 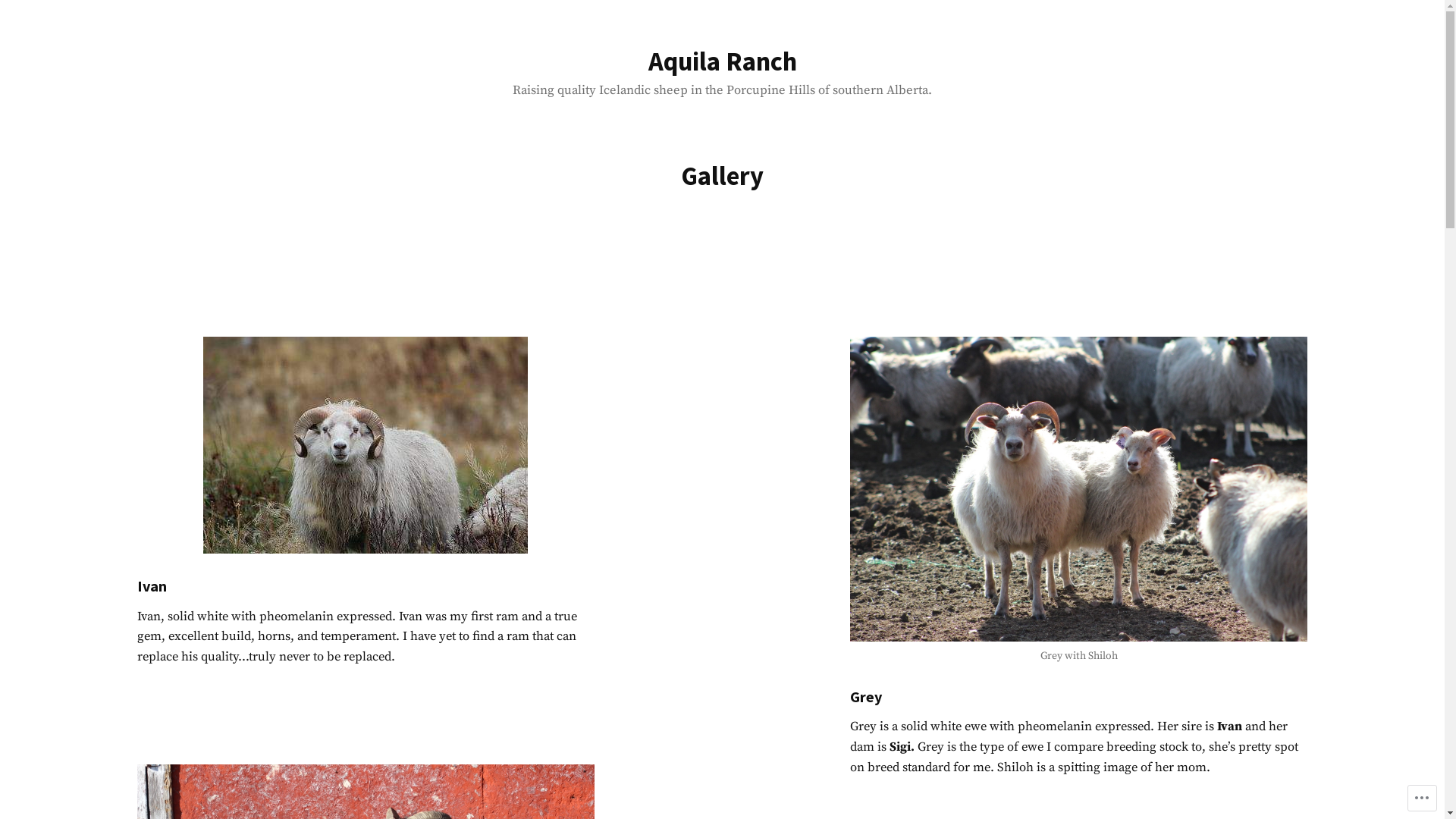 I want to click on 'Aquila Ranch', so click(x=720, y=60).